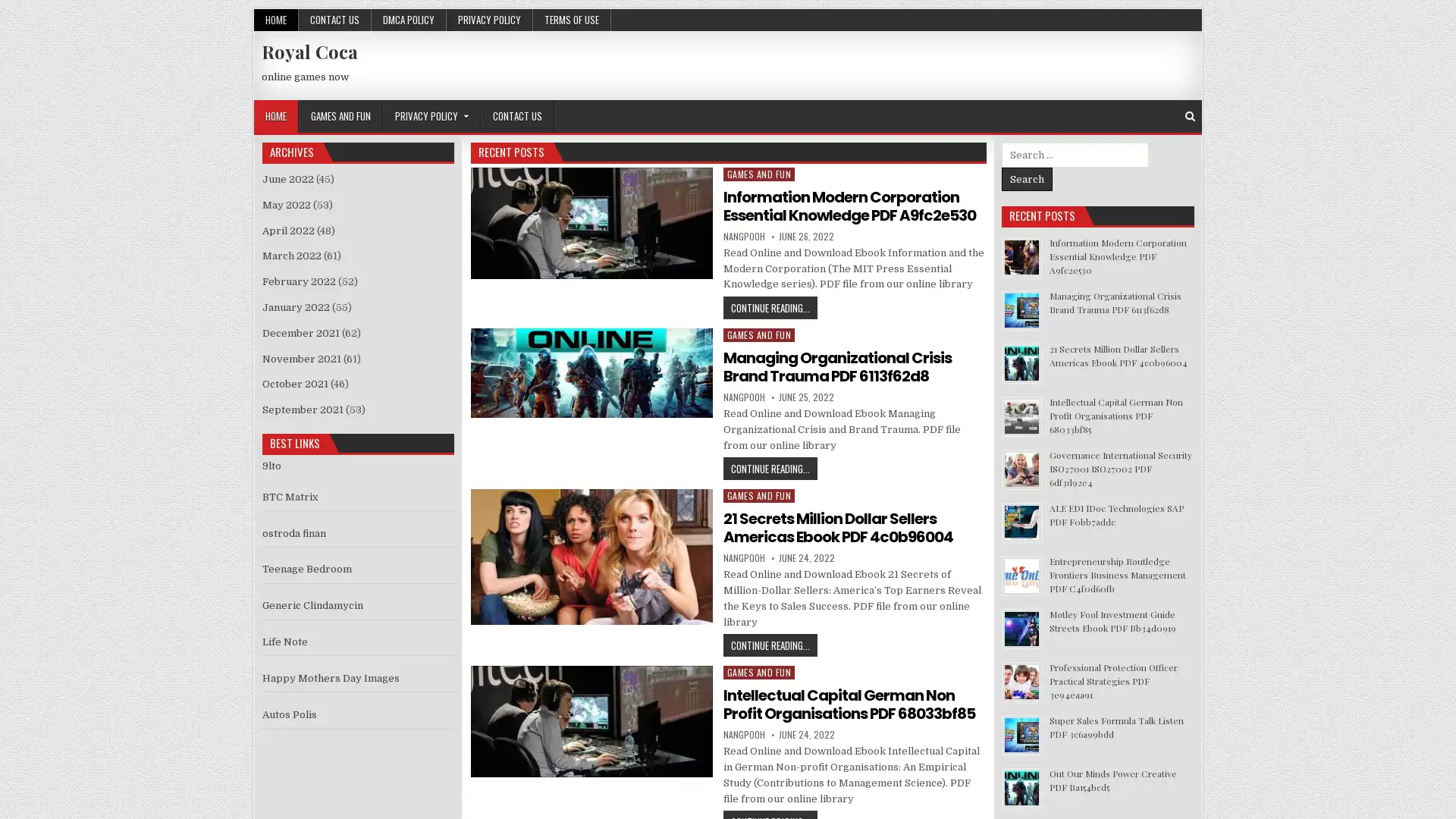 This screenshot has height=819, width=1456. I want to click on Search, so click(1027, 178).